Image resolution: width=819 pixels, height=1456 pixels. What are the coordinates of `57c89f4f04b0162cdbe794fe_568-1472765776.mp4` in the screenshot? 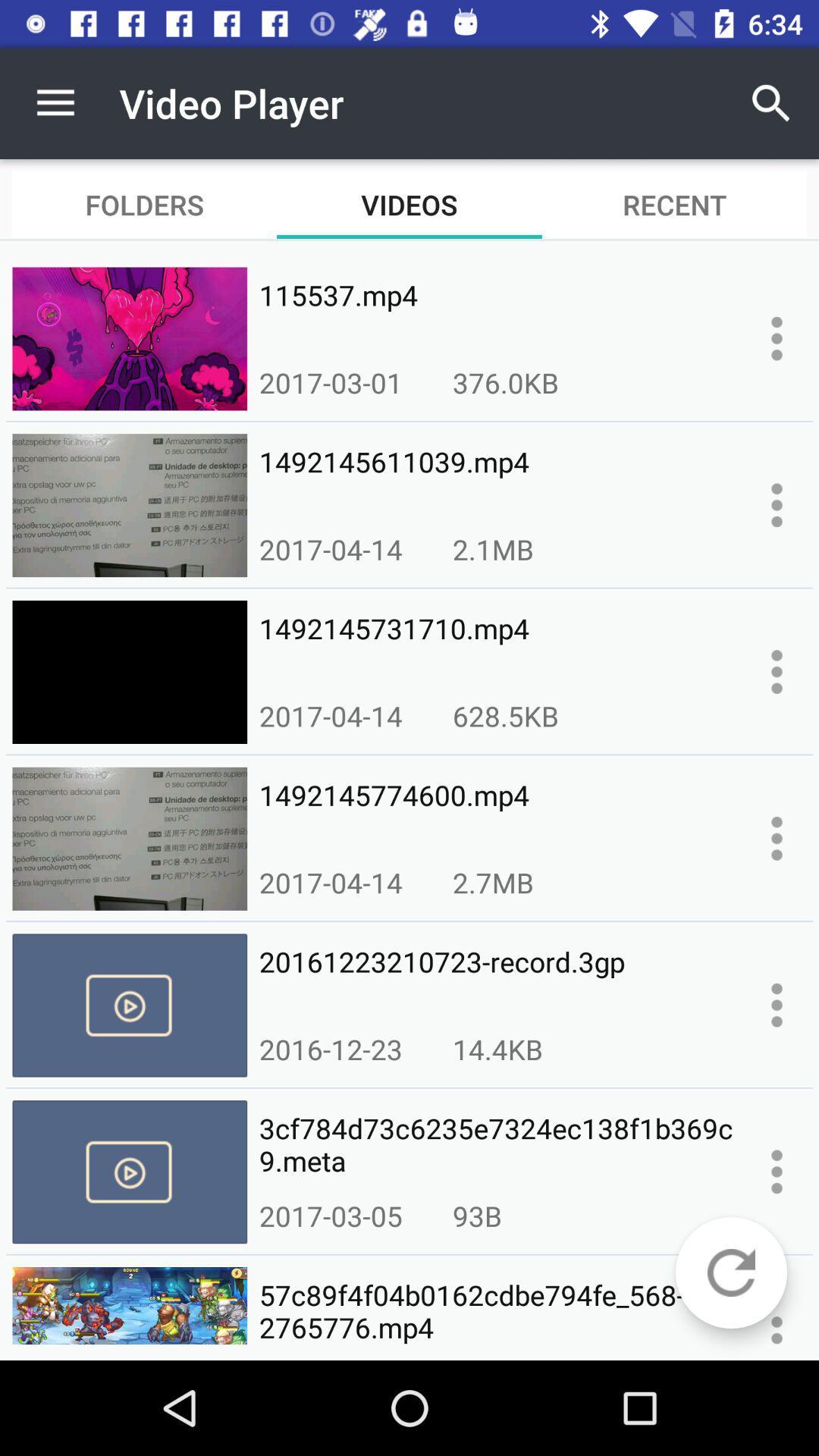 It's located at (497, 1311).